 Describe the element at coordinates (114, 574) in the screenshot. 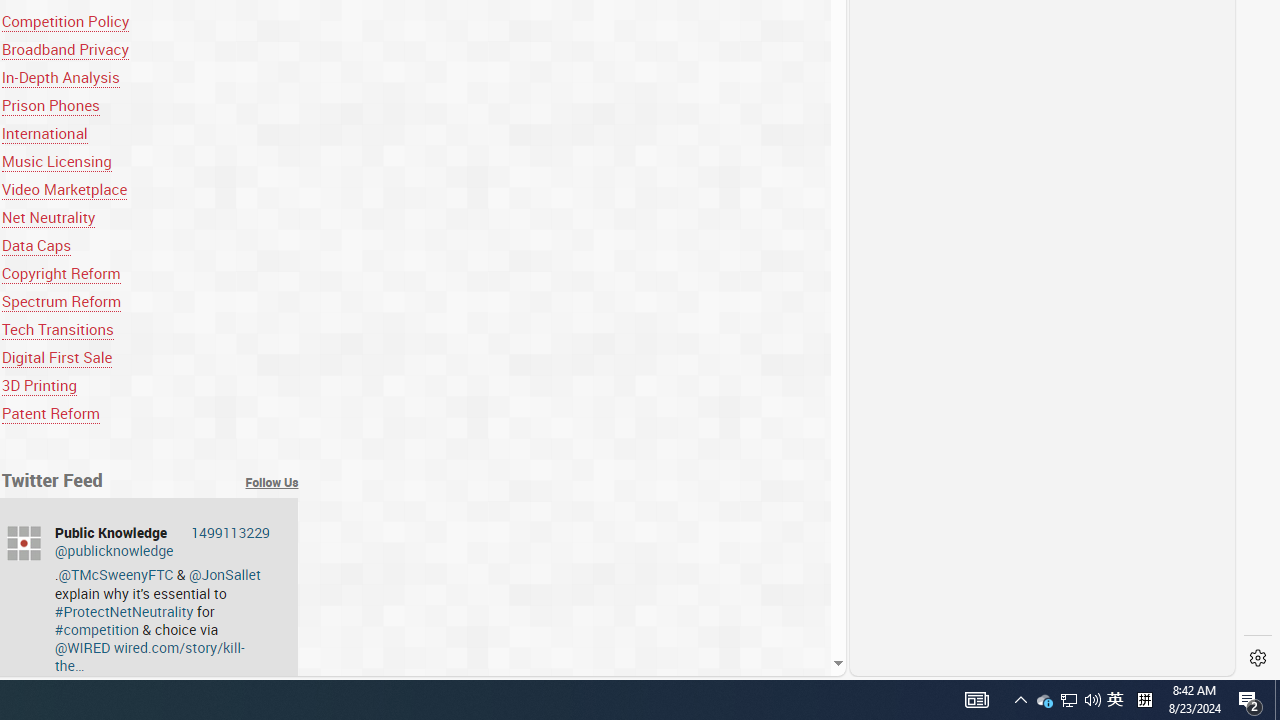

I see `'@TMcSweenyFTC'` at that location.